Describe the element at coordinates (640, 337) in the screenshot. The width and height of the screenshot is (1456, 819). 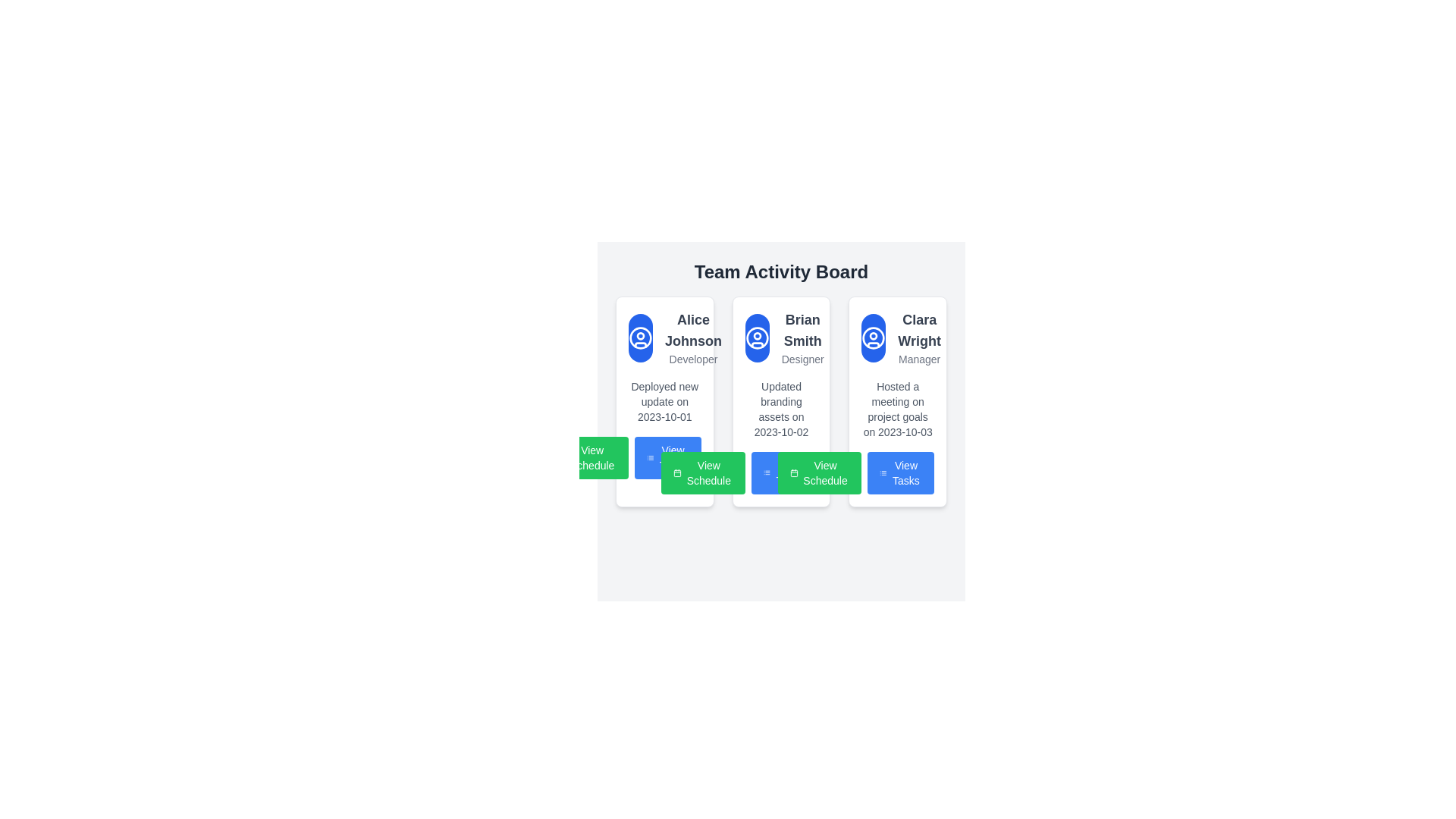
I see `the user icon representing Alice Johnson, positioned at the top left of the card labeled 'Alice Johnson - Developer'` at that location.